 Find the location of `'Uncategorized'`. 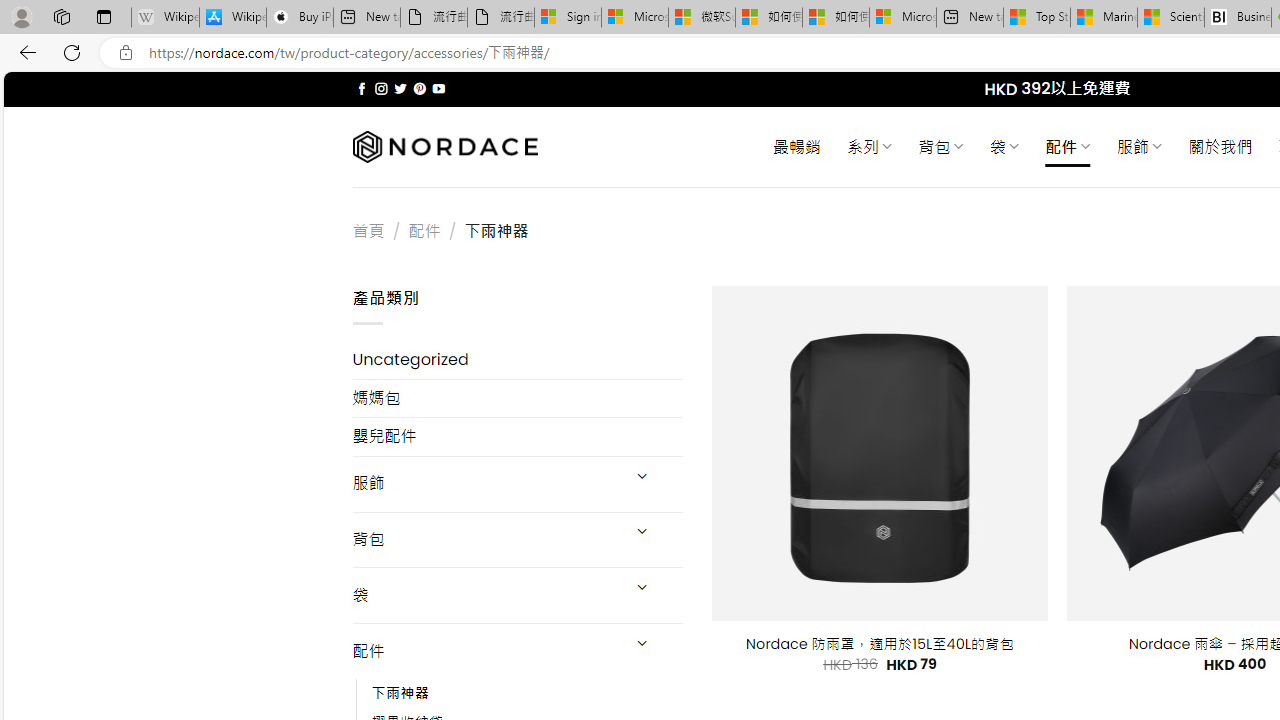

'Uncategorized' is located at coordinates (517, 360).